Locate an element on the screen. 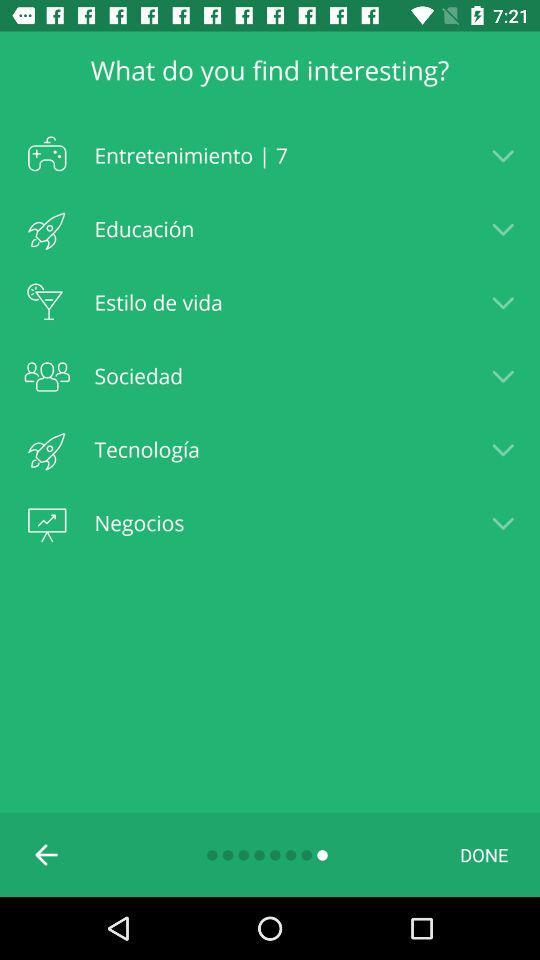 This screenshot has height=960, width=540. done is located at coordinates (483, 853).